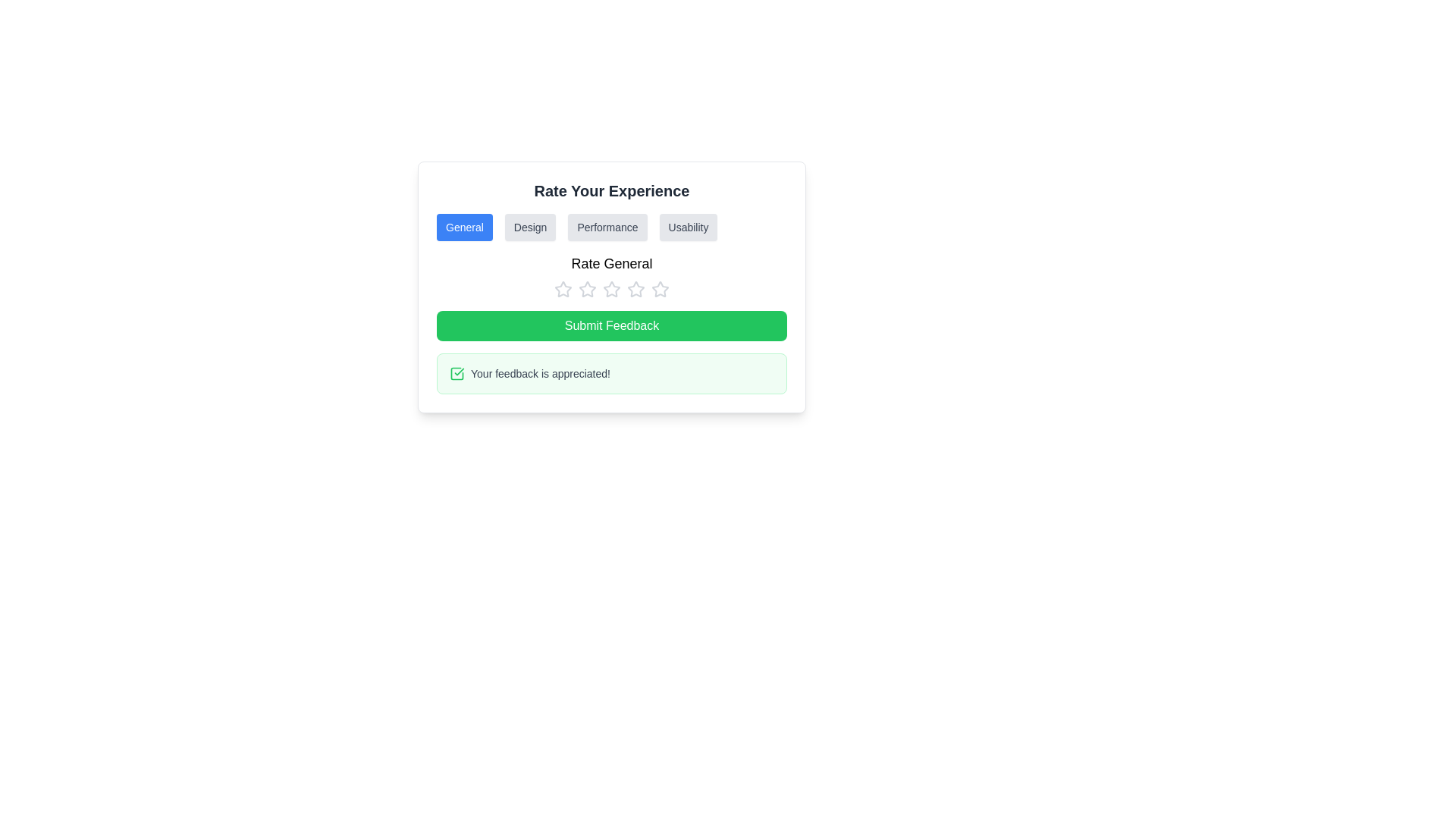 The image size is (1456, 819). I want to click on the notification message with a green border and light green background containing the text 'Your feedback is appreciated!', so click(611, 374).